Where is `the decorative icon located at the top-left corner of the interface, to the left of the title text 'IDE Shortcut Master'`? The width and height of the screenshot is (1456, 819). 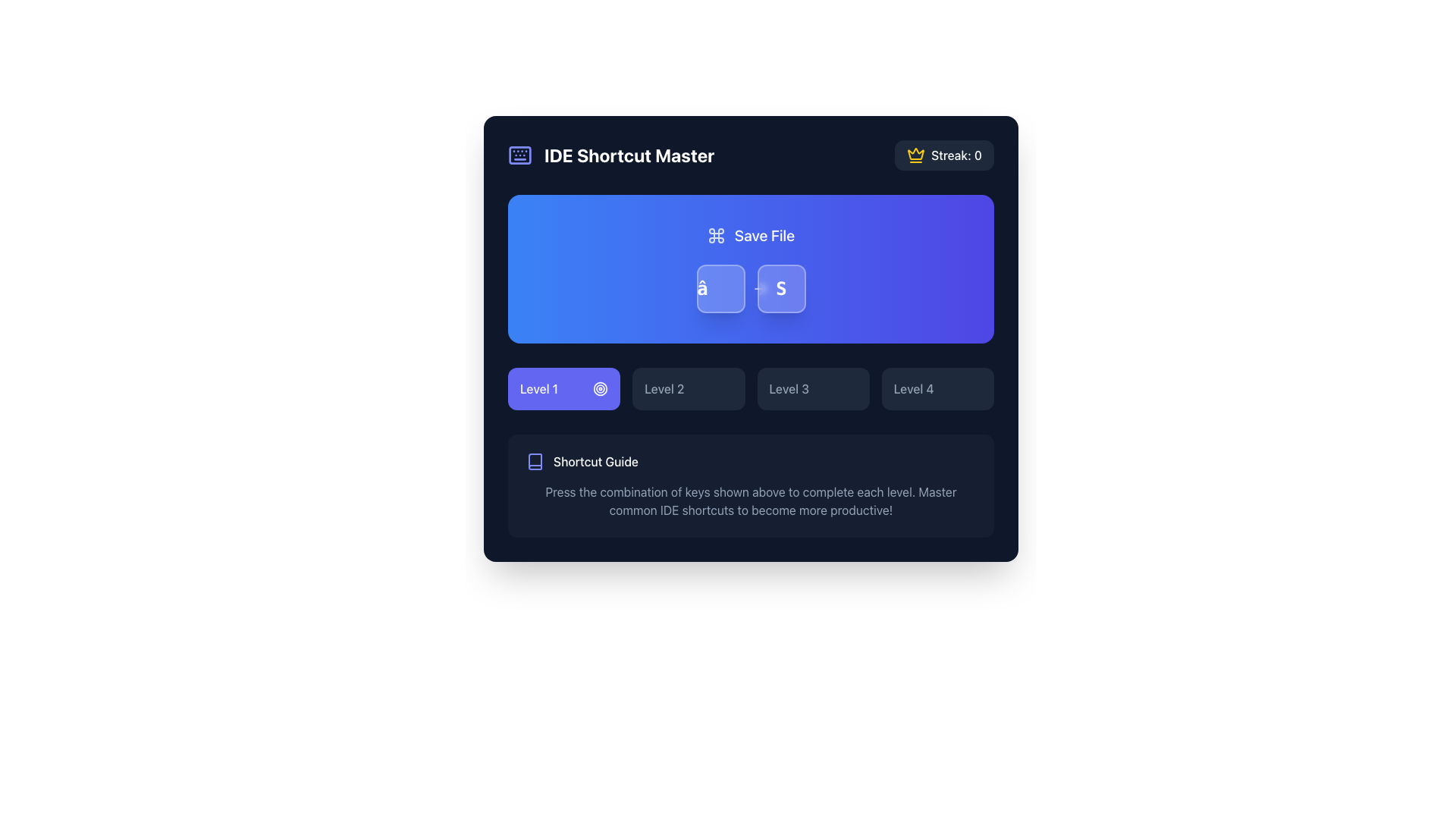
the decorative icon located at the top-left corner of the interface, to the left of the title text 'IDE Shortcut Master' is located at coordinates (520, 155).